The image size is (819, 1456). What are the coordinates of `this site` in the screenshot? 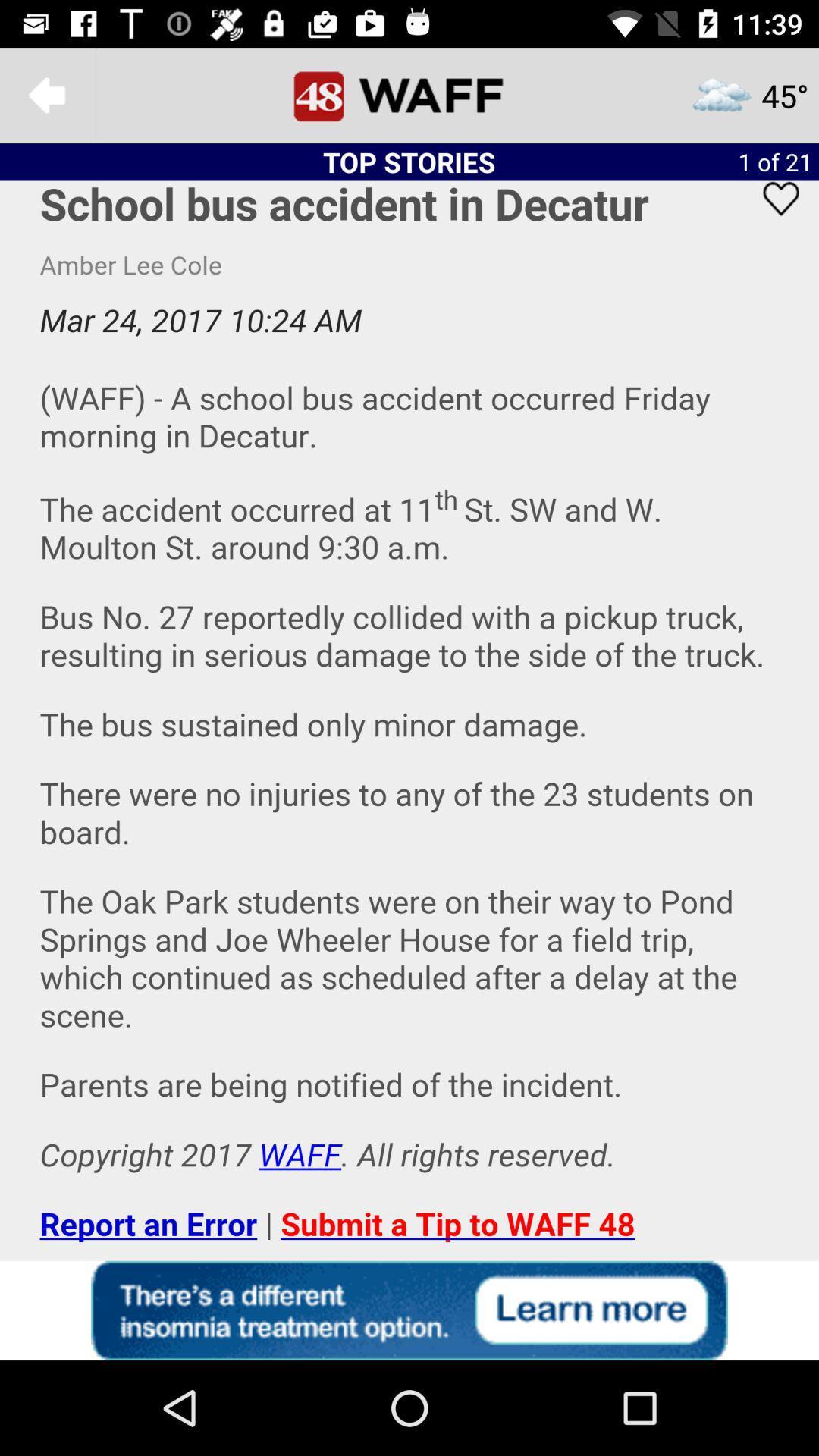 It's located at (409, 1310).